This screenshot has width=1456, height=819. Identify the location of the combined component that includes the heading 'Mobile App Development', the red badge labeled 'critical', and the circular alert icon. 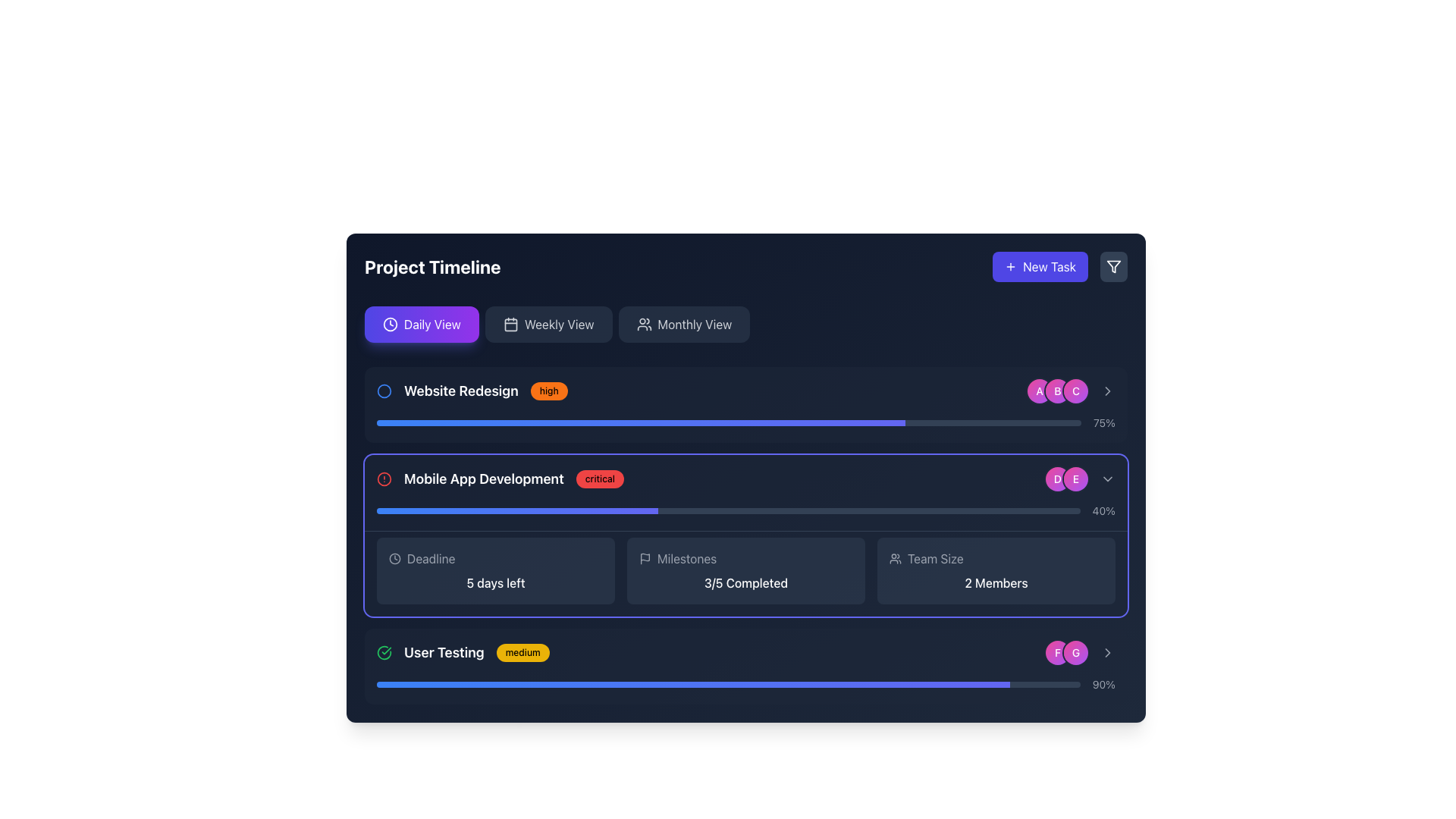
(500, 479).